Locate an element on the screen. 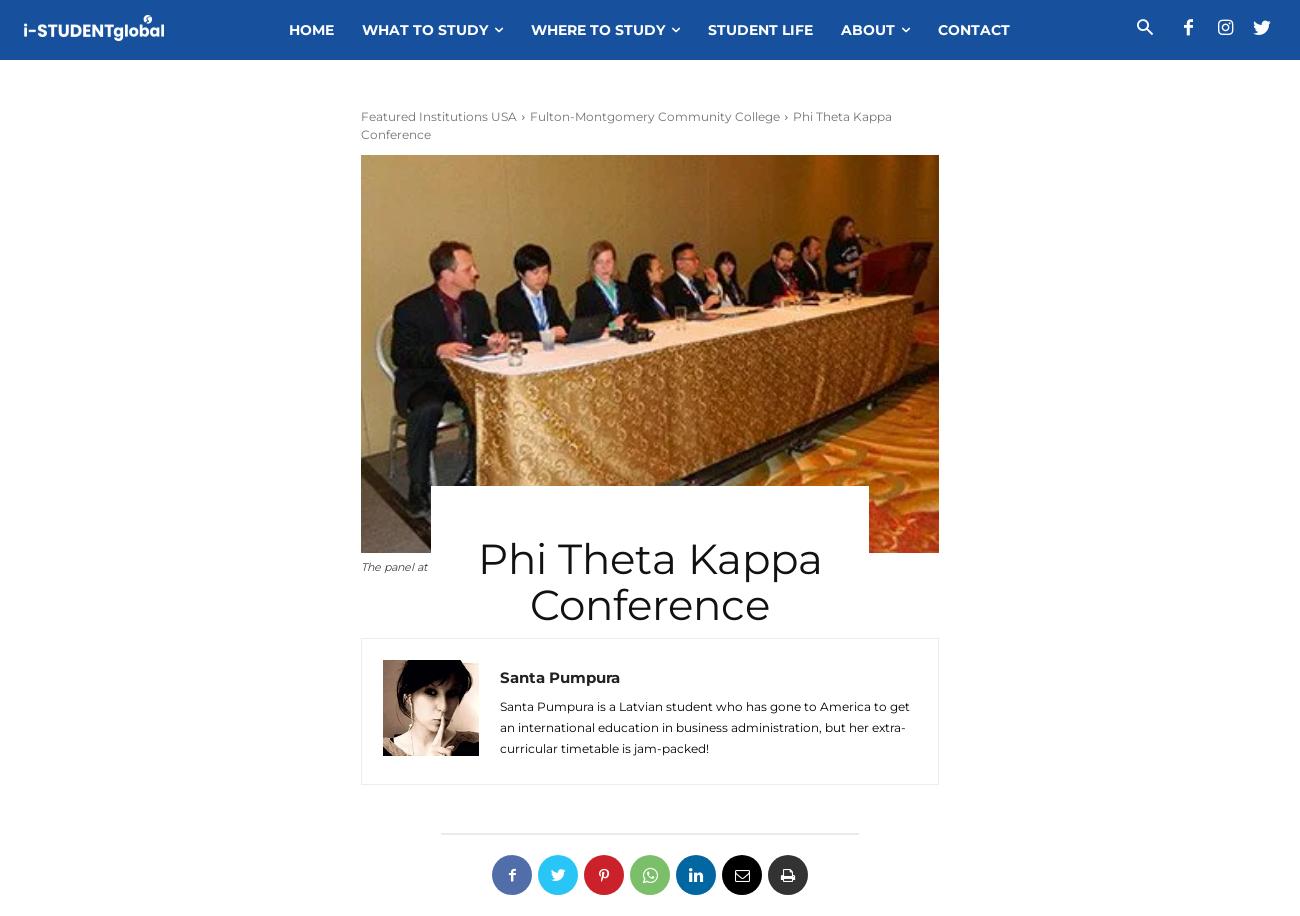  'STUDENT LIFE' is located at coordinates (759, 30).